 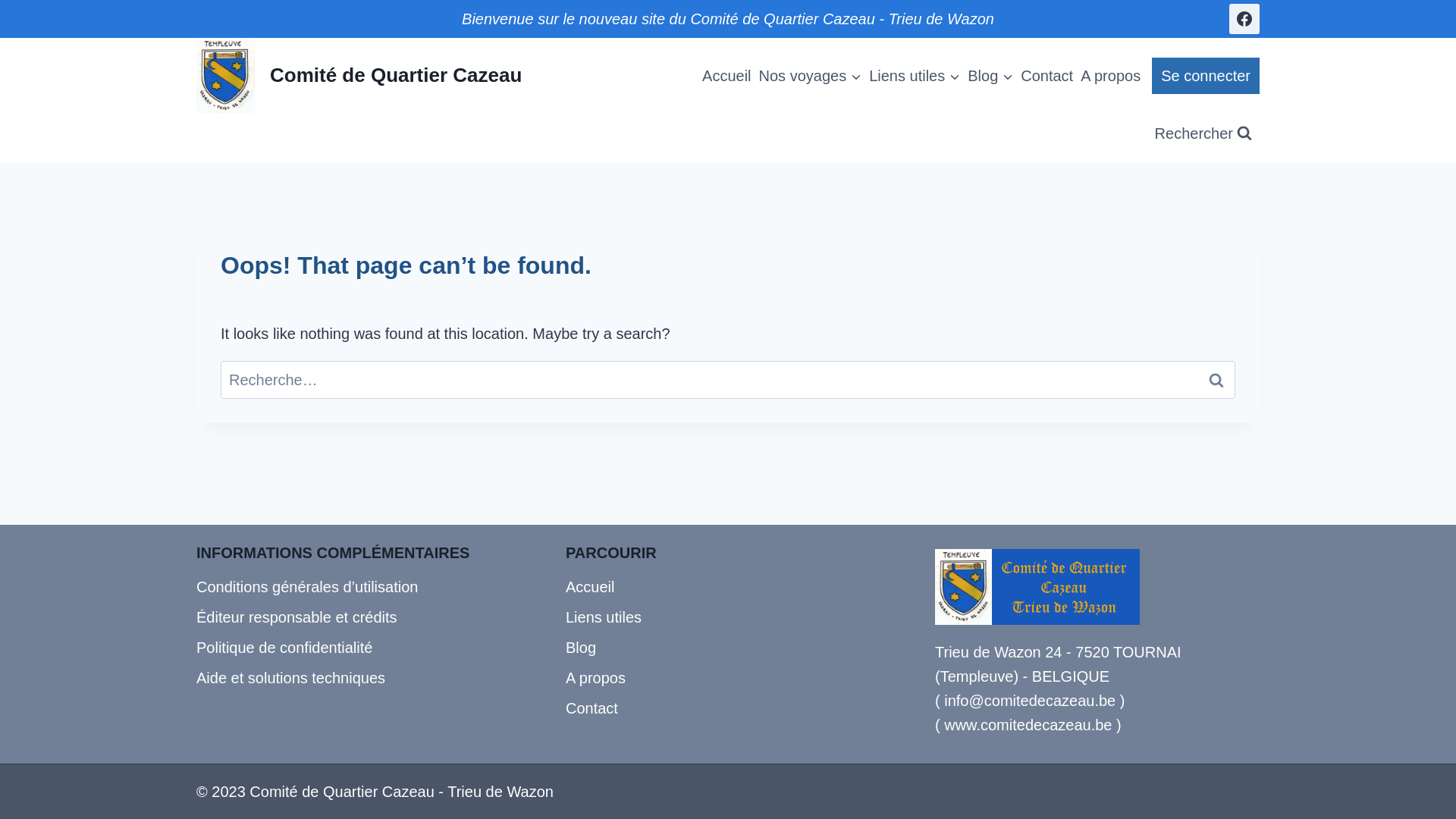 I want to click on 'Rechercher', so click(x=1203, y=133).